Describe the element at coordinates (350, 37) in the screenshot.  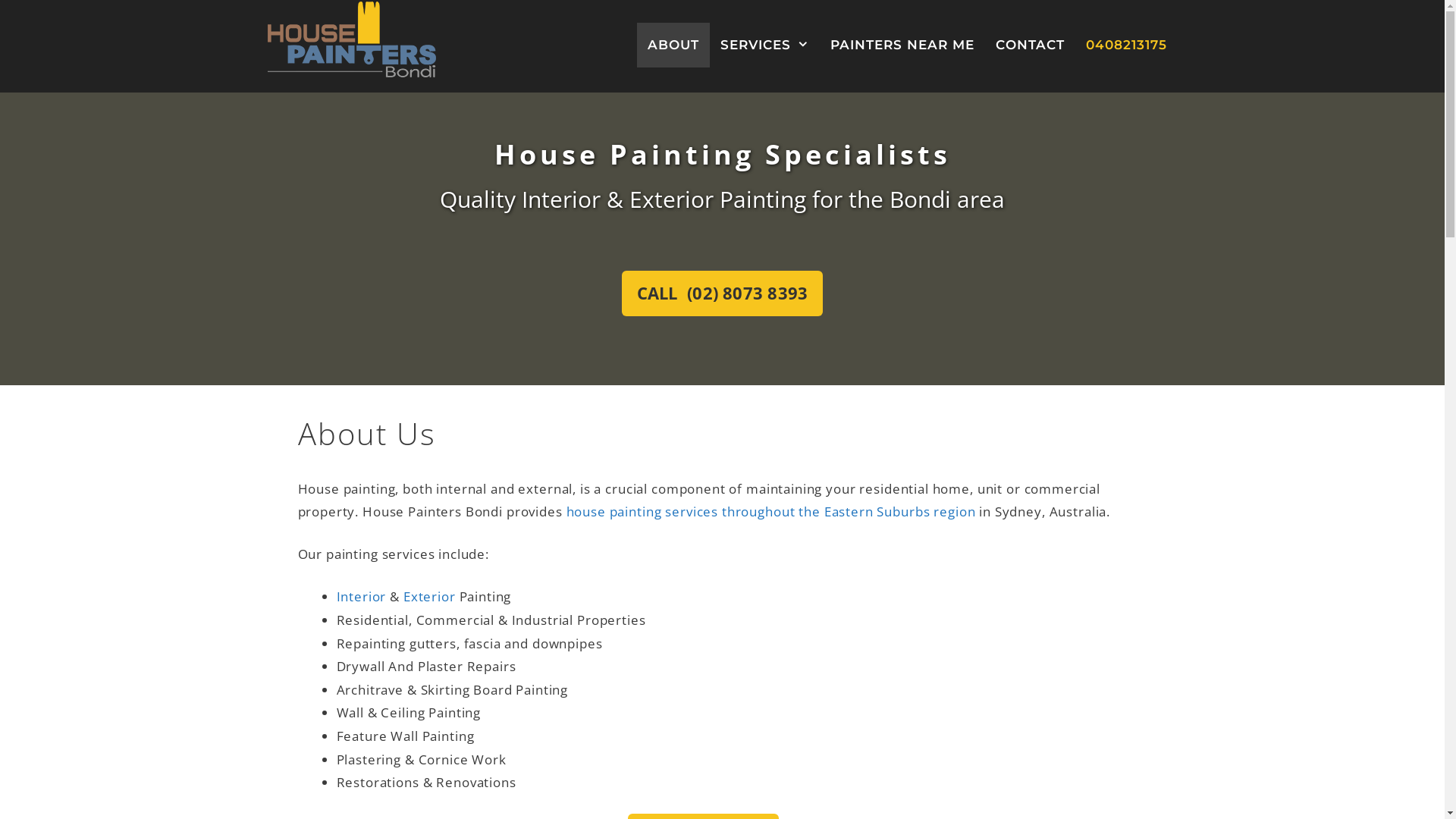
I see `'House Painters Bondi'` at that location.